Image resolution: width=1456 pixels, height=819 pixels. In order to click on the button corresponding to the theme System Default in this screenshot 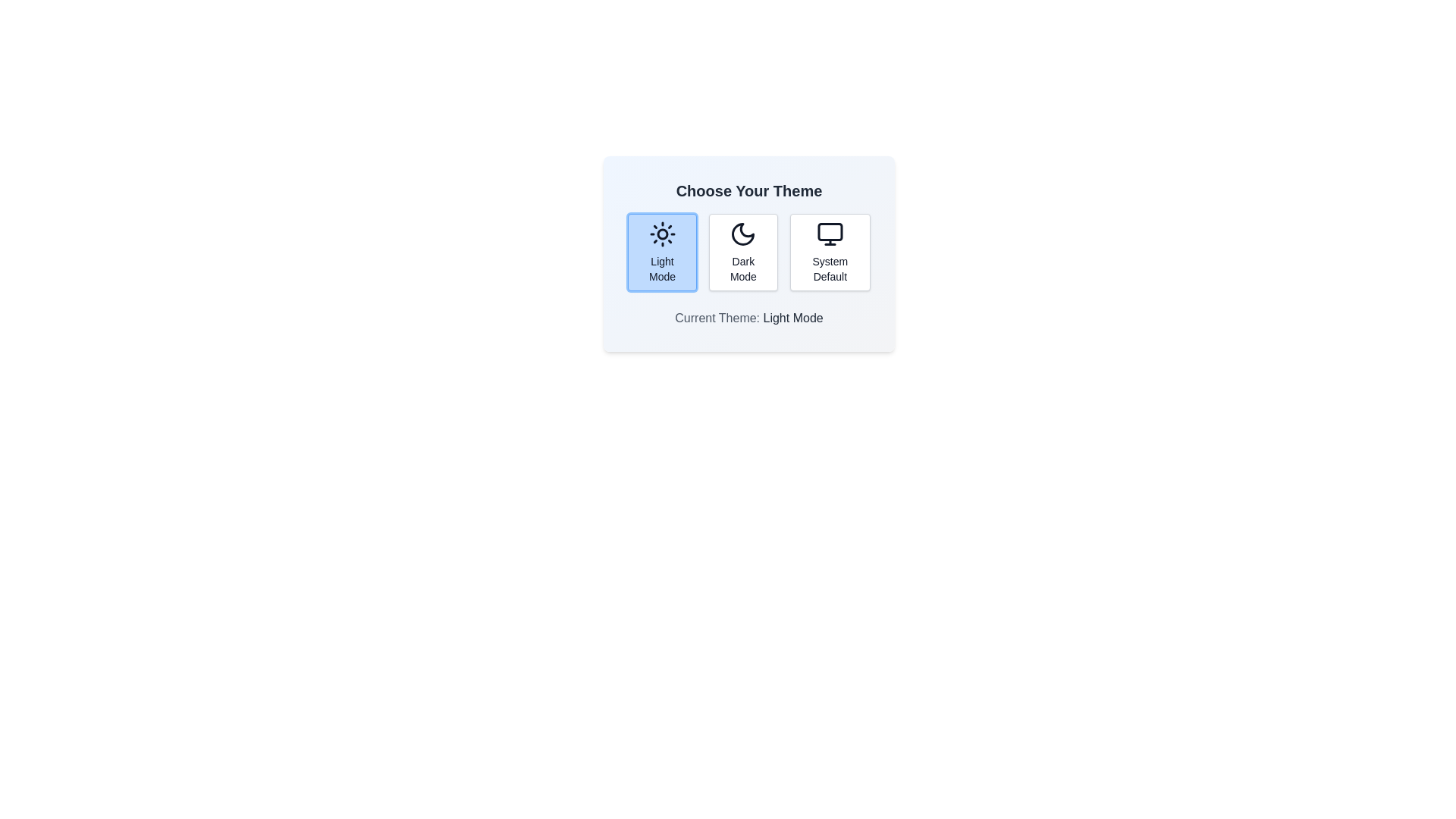, I will do `click(829, 251)`.